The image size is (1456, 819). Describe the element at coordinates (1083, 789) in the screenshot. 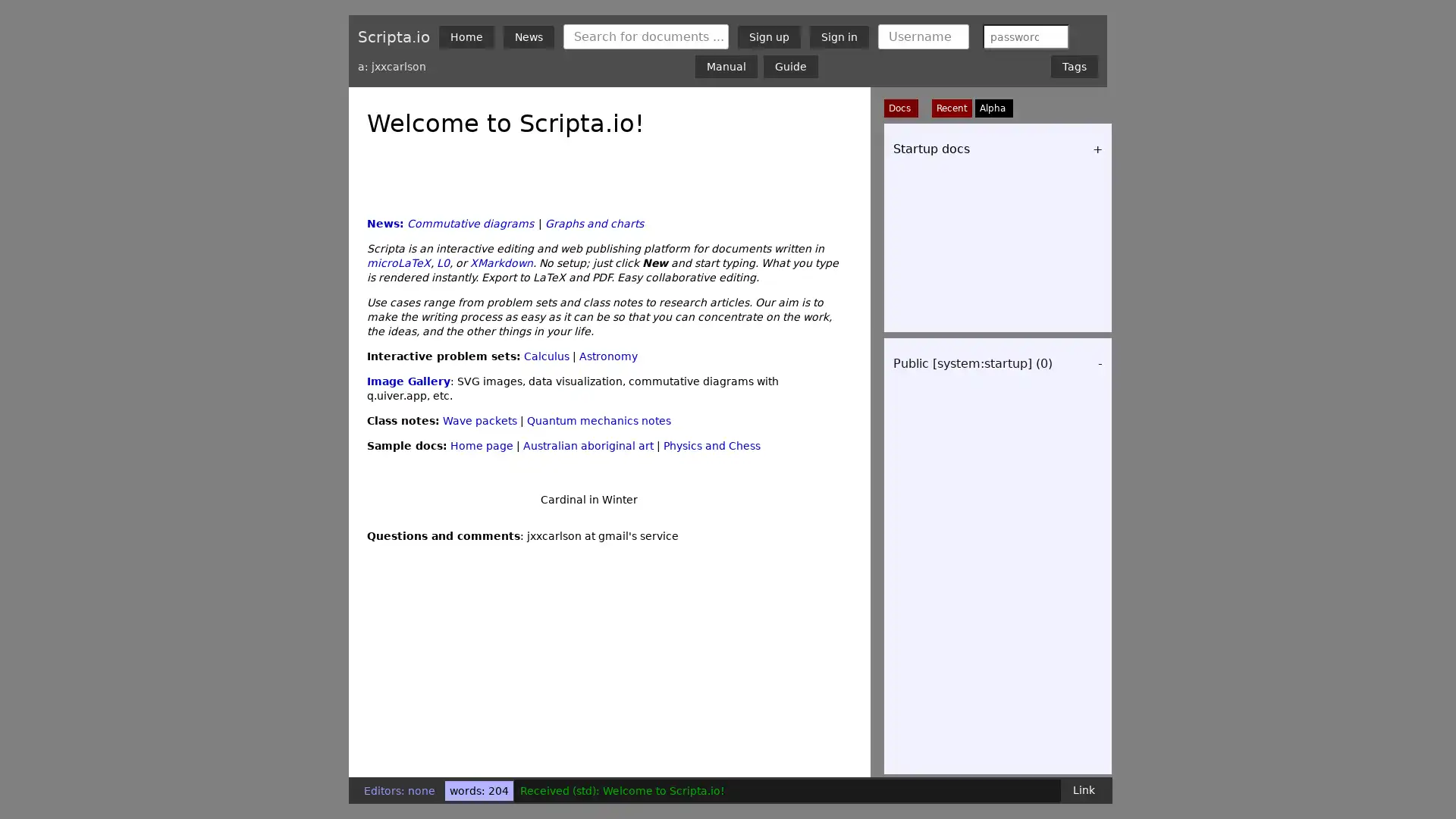

I see `Link External link to public document` at that location.